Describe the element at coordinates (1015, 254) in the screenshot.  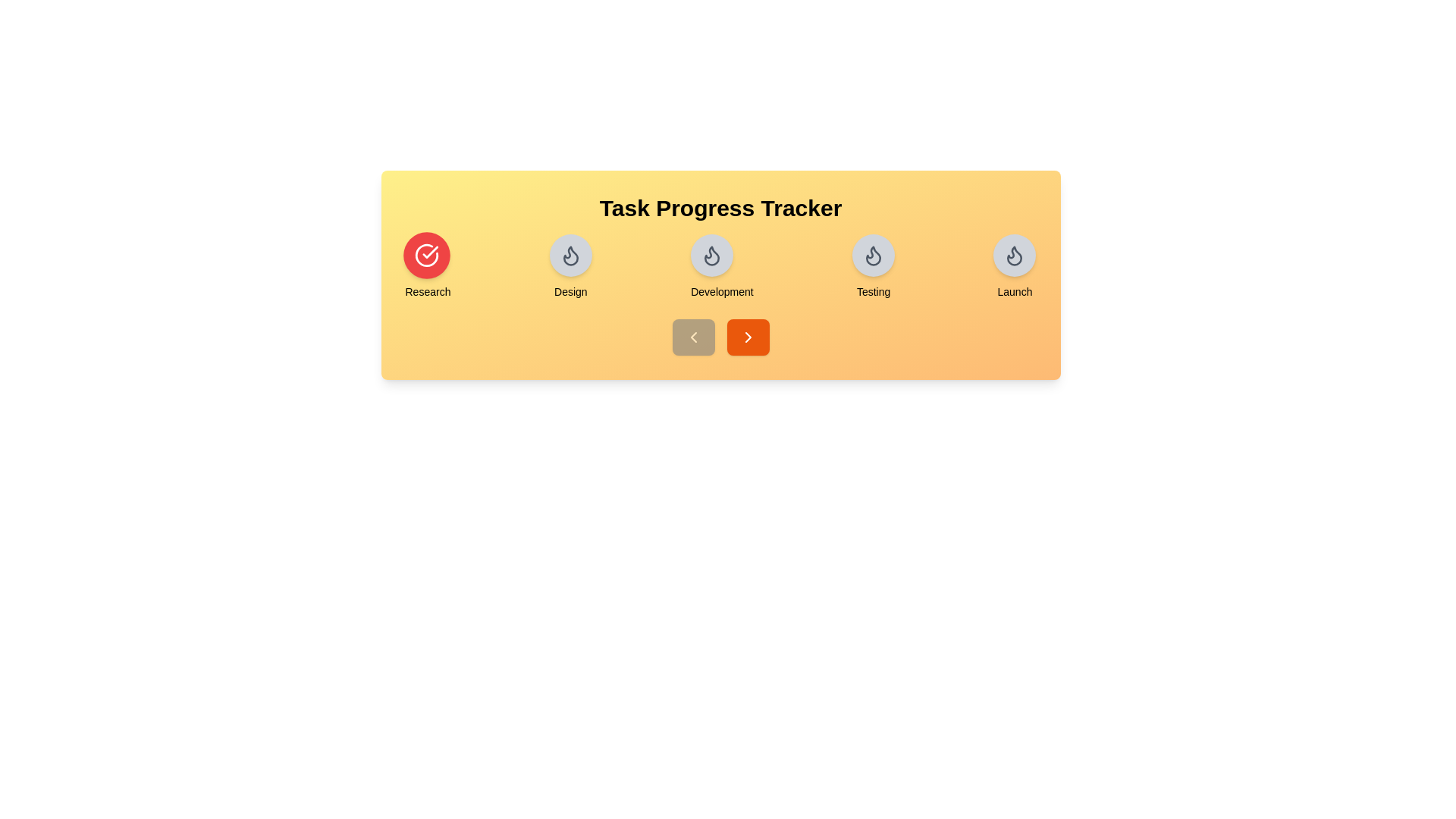
I see `the flame icon representing the 'Launch' stage in the task progress tracker, located under the label 'Launch' and positioned on the rightmost side of a row of circular icons` at that location.